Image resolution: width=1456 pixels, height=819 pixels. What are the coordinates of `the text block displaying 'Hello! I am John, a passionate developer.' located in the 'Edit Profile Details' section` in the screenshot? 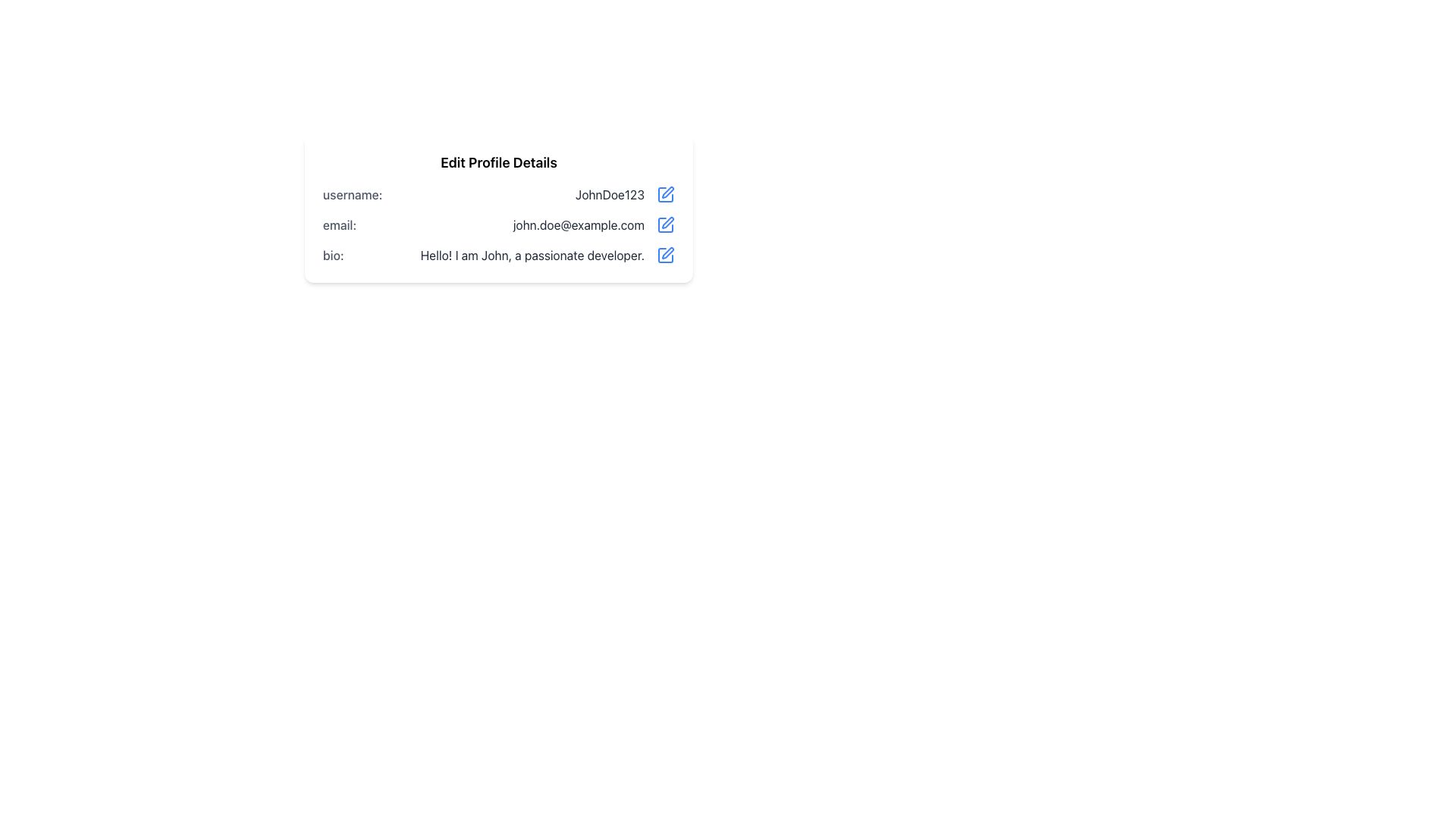 It's located at (546, 254).